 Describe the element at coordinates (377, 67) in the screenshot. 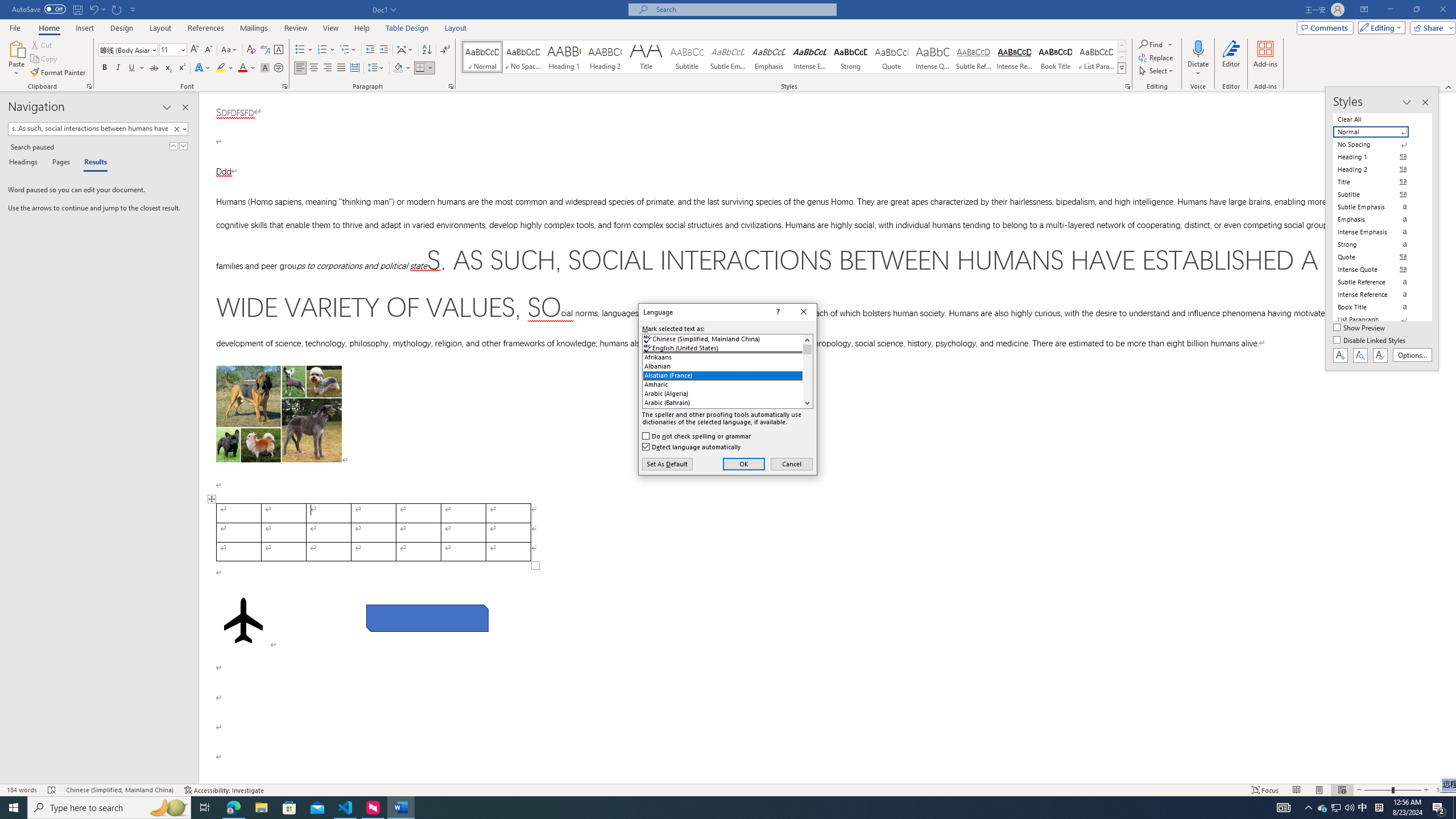

I see `'Line and Paragraph Spacing'` at that location.